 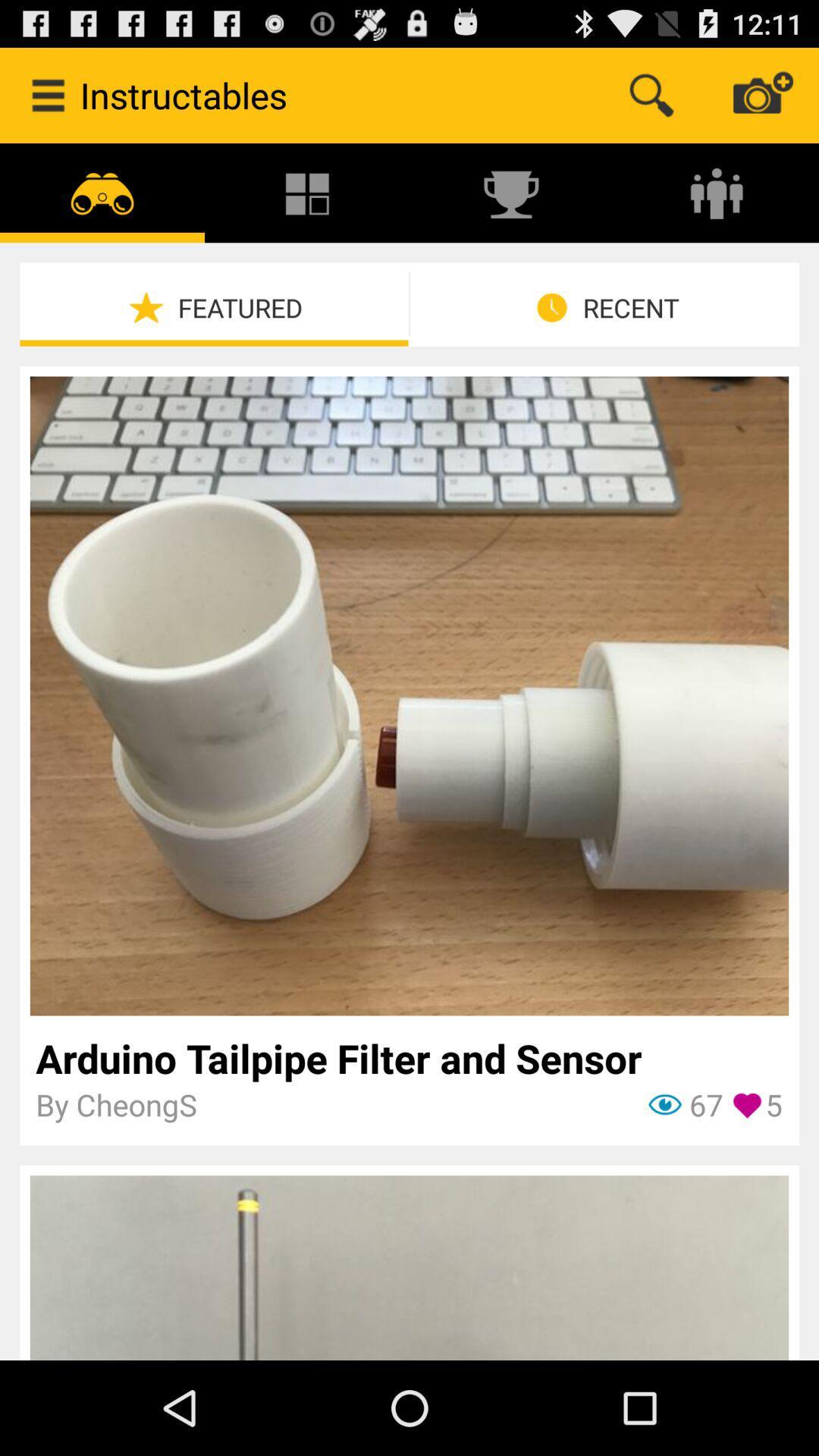 I want to click on arduino tailpipe filter icon, so click(x=408, y=1057).